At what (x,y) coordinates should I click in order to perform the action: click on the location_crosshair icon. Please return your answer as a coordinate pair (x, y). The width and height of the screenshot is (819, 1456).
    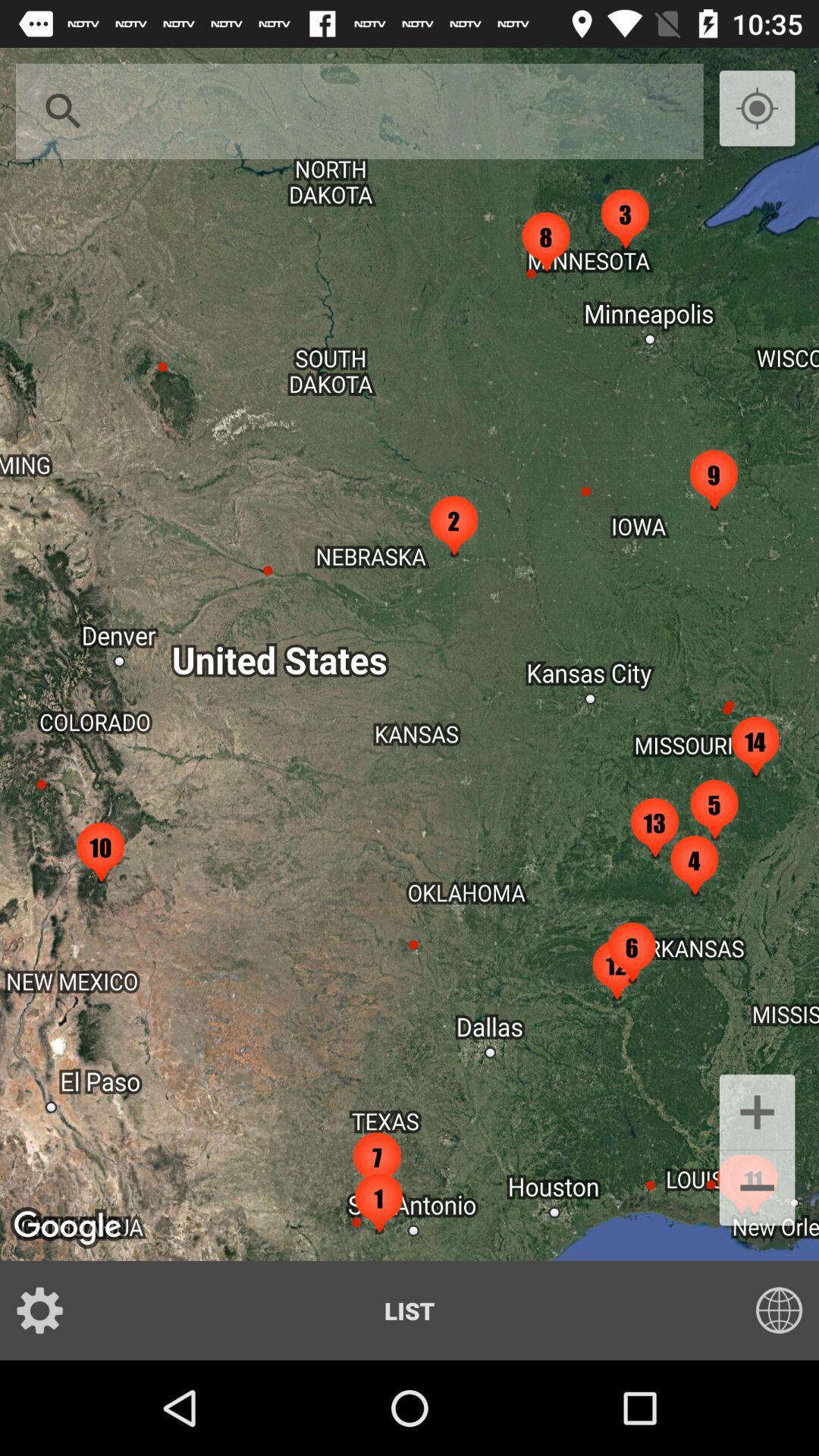
    Looking at the image, I should click on (757, 108).